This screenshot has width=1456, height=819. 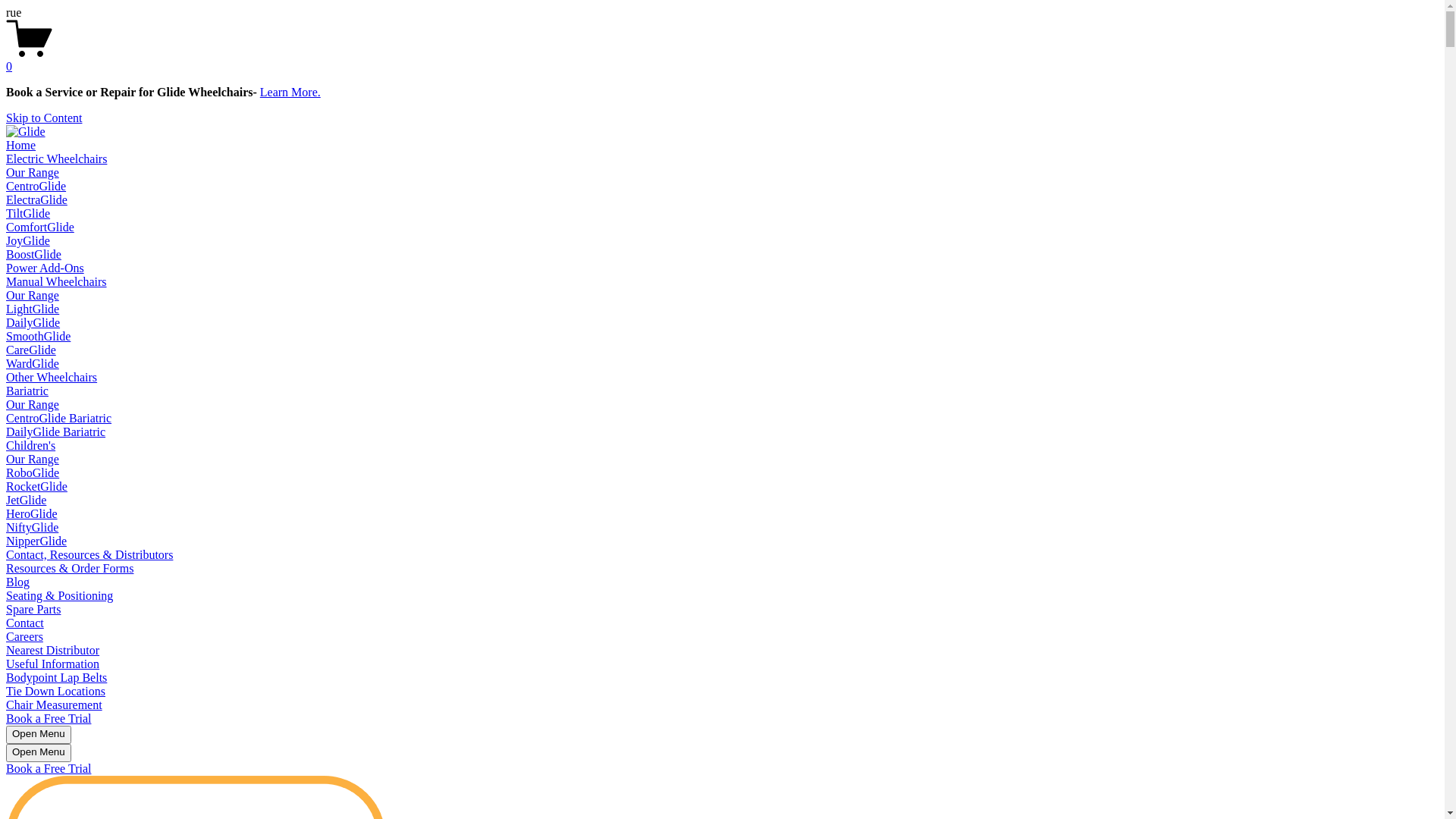 I want to click on 'Useful Information', so click(x=6, y=663).